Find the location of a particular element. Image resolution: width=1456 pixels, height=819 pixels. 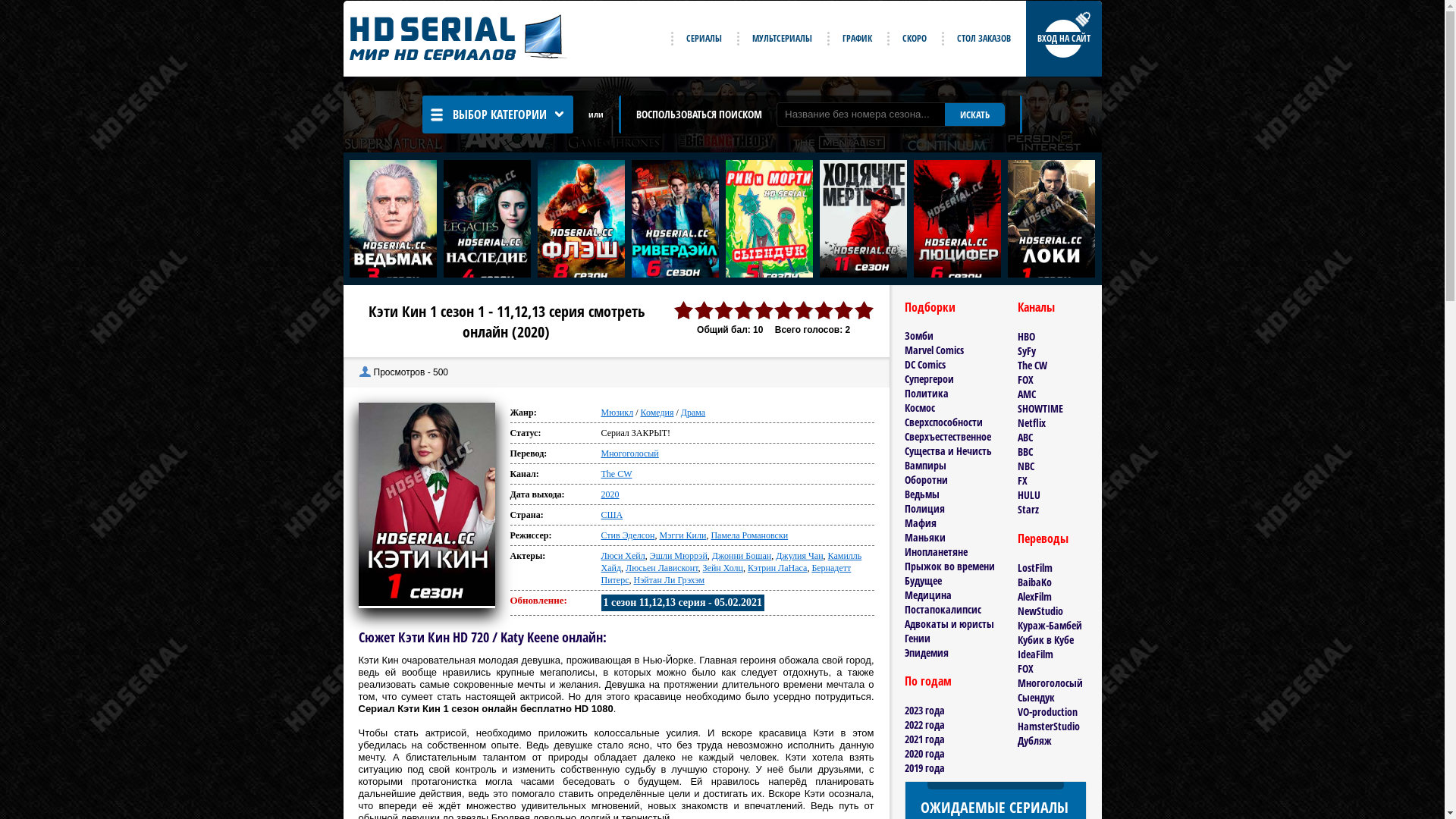

'Starz' is located at coordinates (1028, 509).